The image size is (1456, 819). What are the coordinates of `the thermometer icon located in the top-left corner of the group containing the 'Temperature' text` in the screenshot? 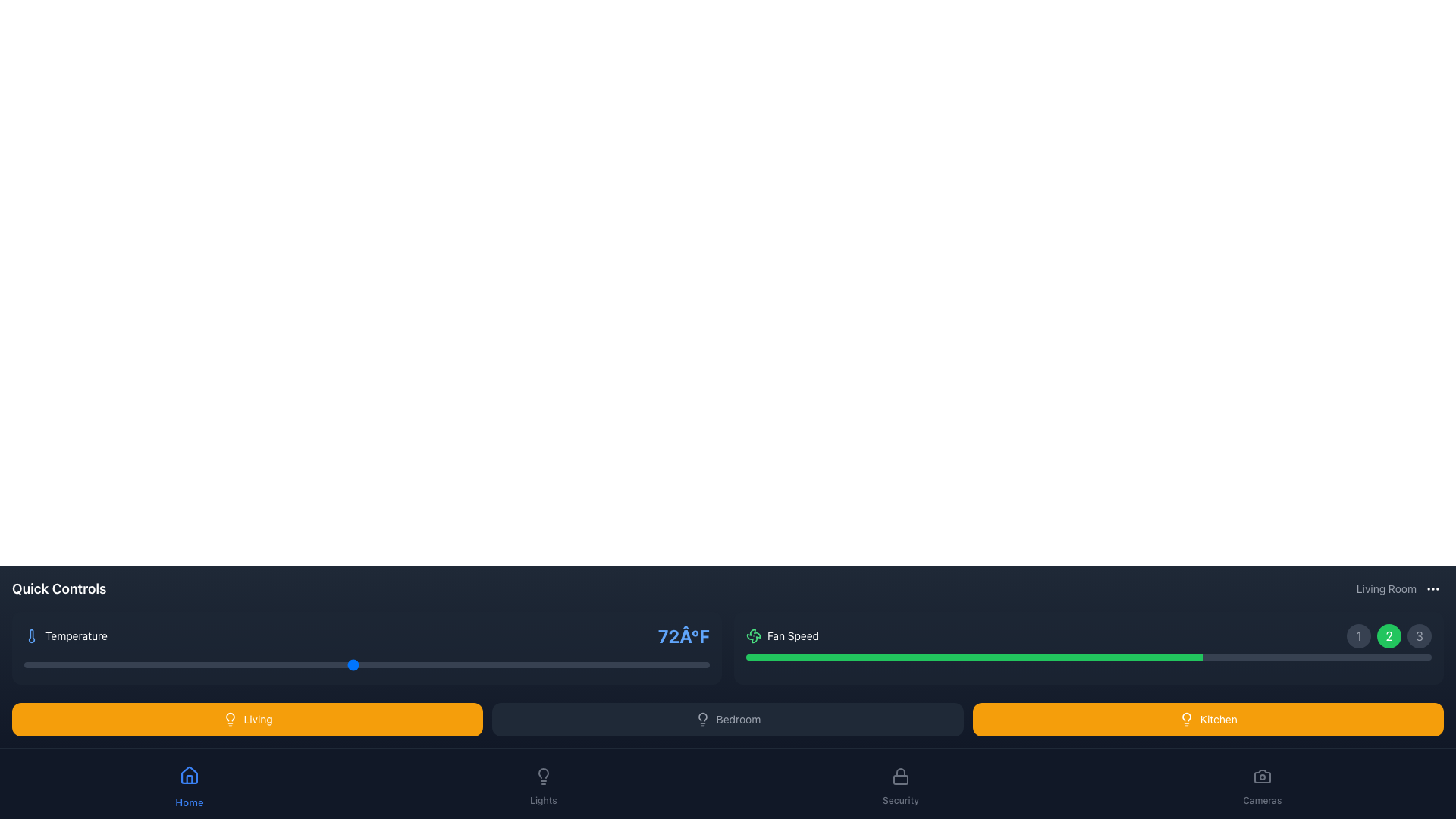 It's located at (32, 636).